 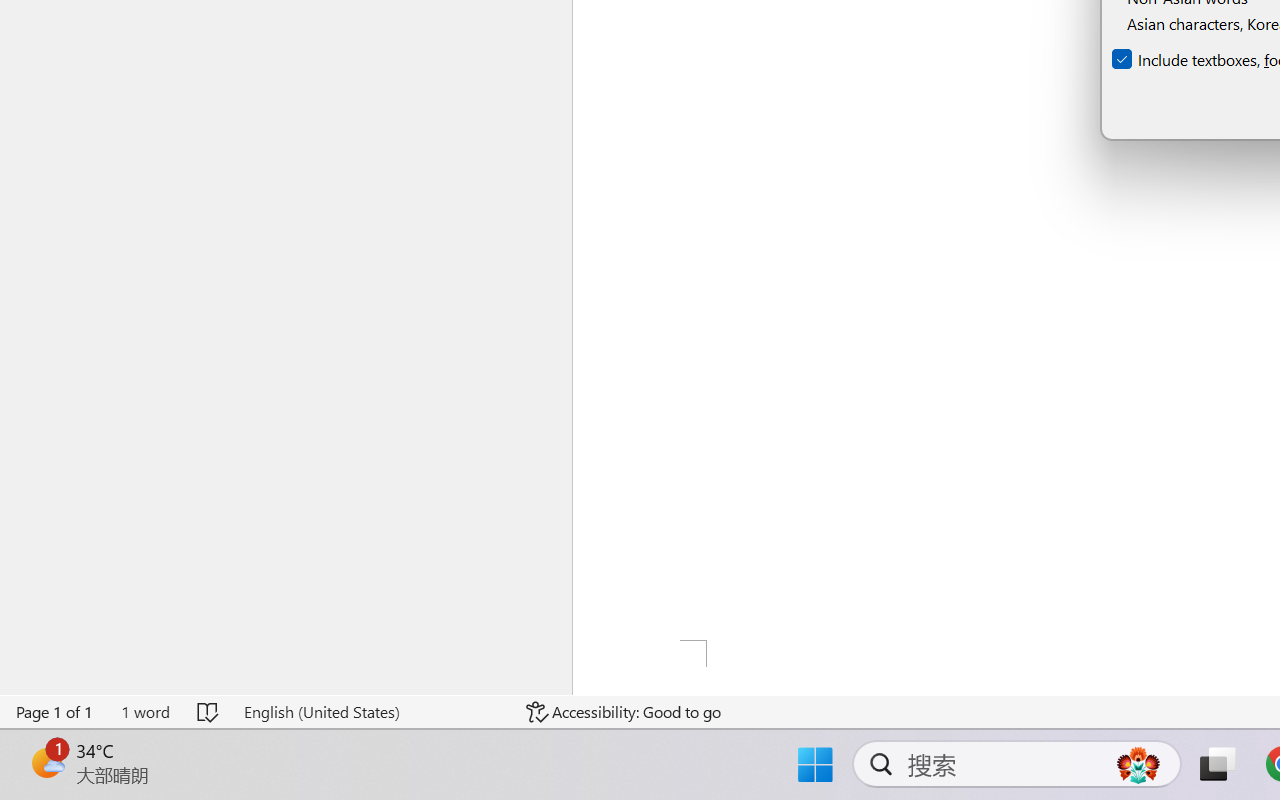 What do you see at coordinates (1138, 764) in the screenshot?
I see `'AutomationID: DynamicSearchBoxGleamImage'` at bounding box center [1138, 764].